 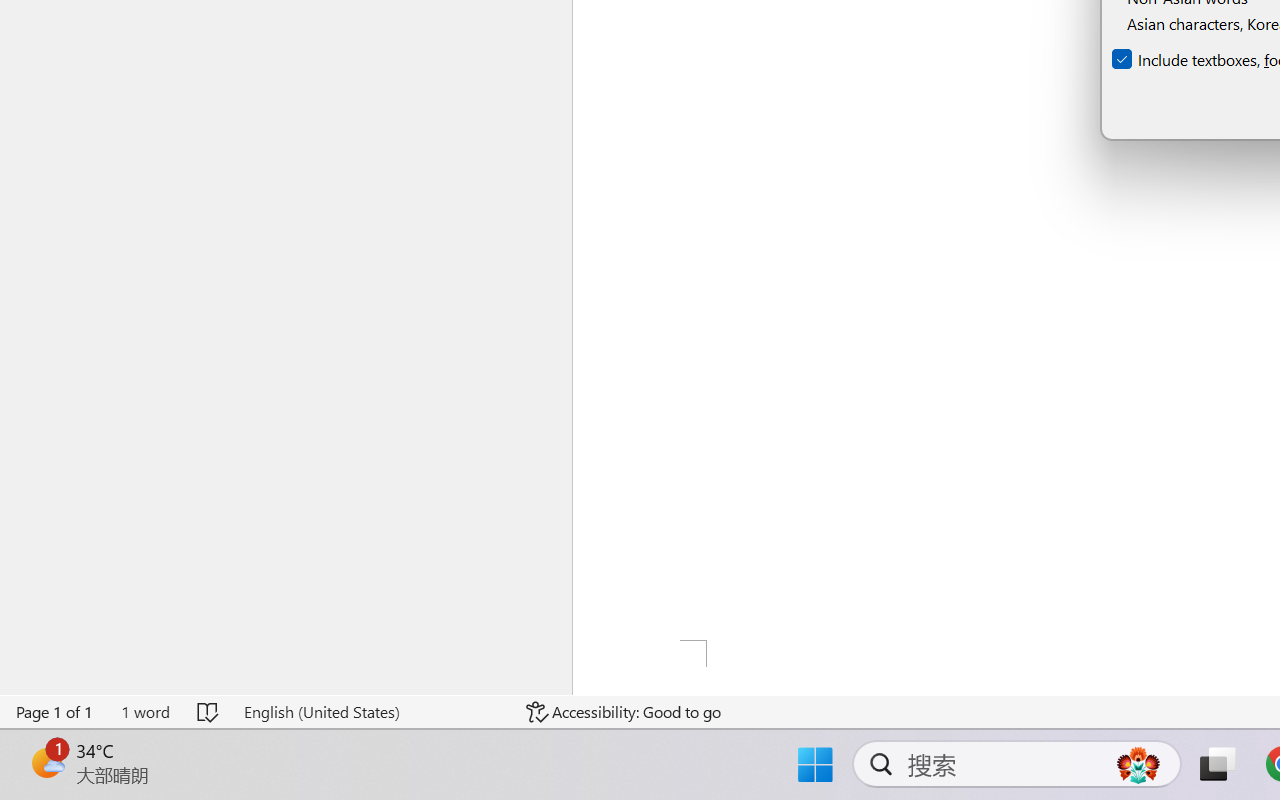 What do you see at coordinates (1138, 764) in the screenshot?
I see `'AutomationID: DynamicSearchBoxGleamImage'` at bounding box center [1138, 764].